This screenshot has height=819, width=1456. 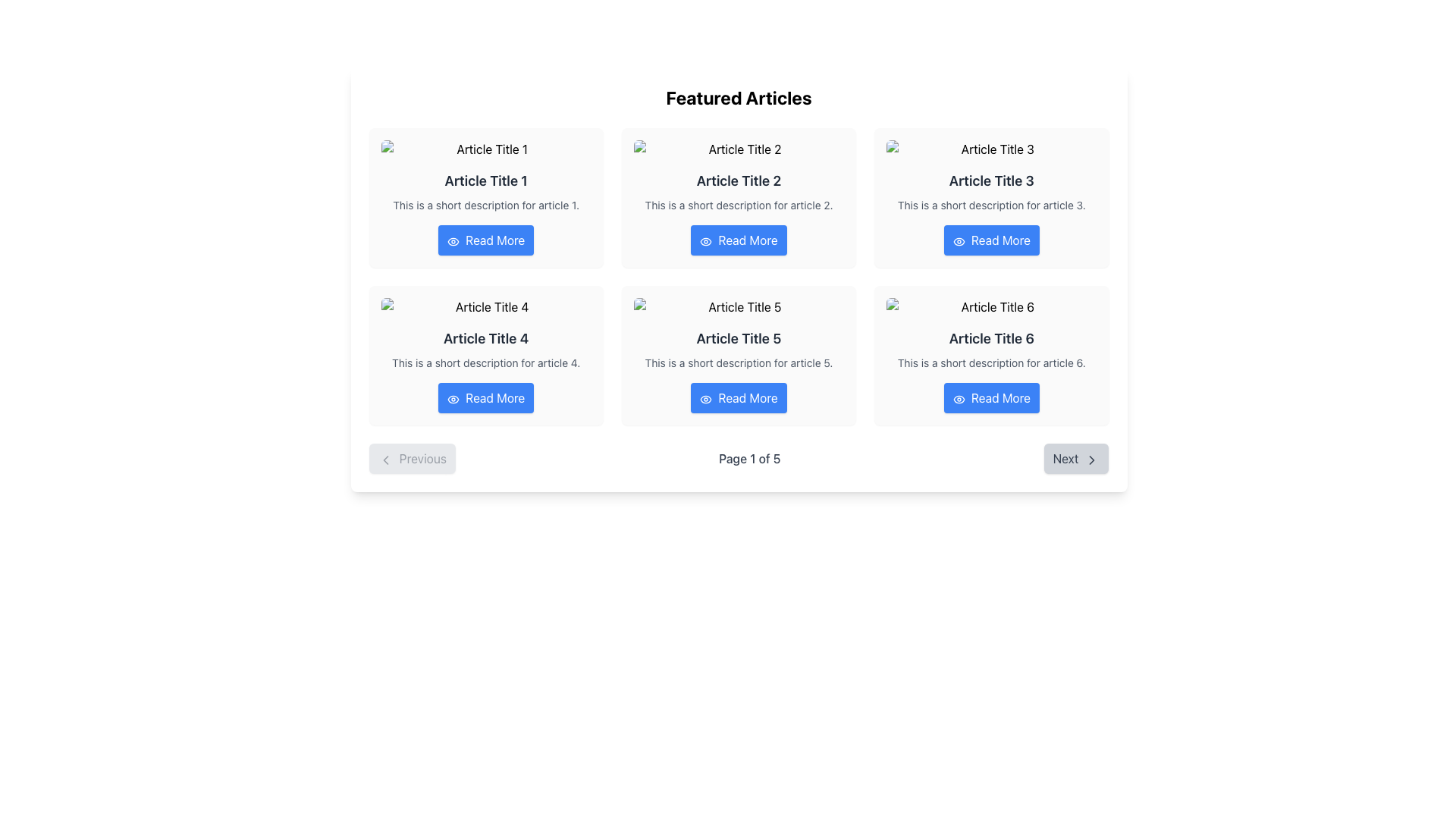 I want to click on the article image by looking at the top of the article teaser card located in the second row and first column of the grid layout, so click(x=486, y=356).